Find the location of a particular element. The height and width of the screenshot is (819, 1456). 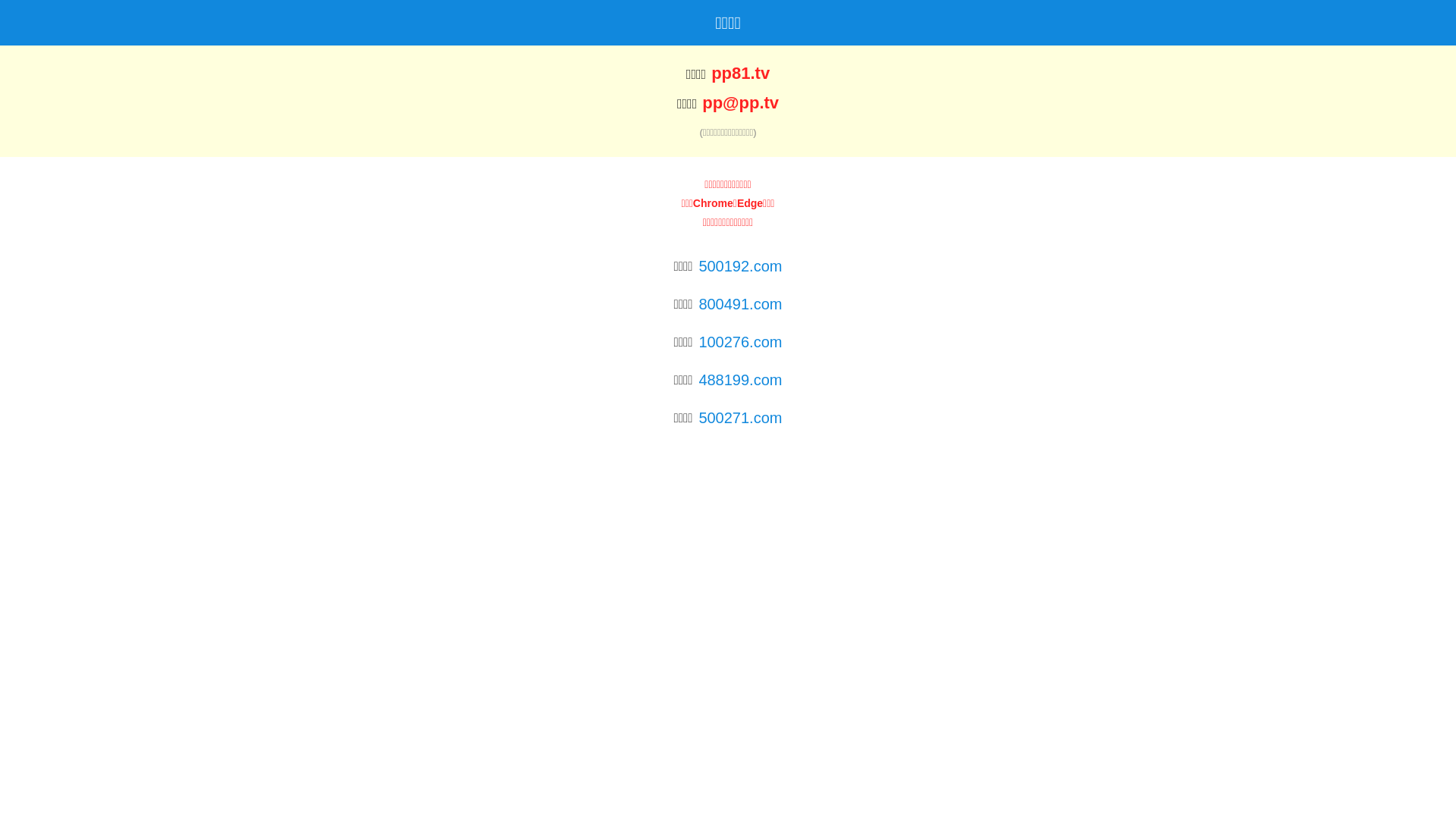

'488199.com' is located at coordinates (739, 379).